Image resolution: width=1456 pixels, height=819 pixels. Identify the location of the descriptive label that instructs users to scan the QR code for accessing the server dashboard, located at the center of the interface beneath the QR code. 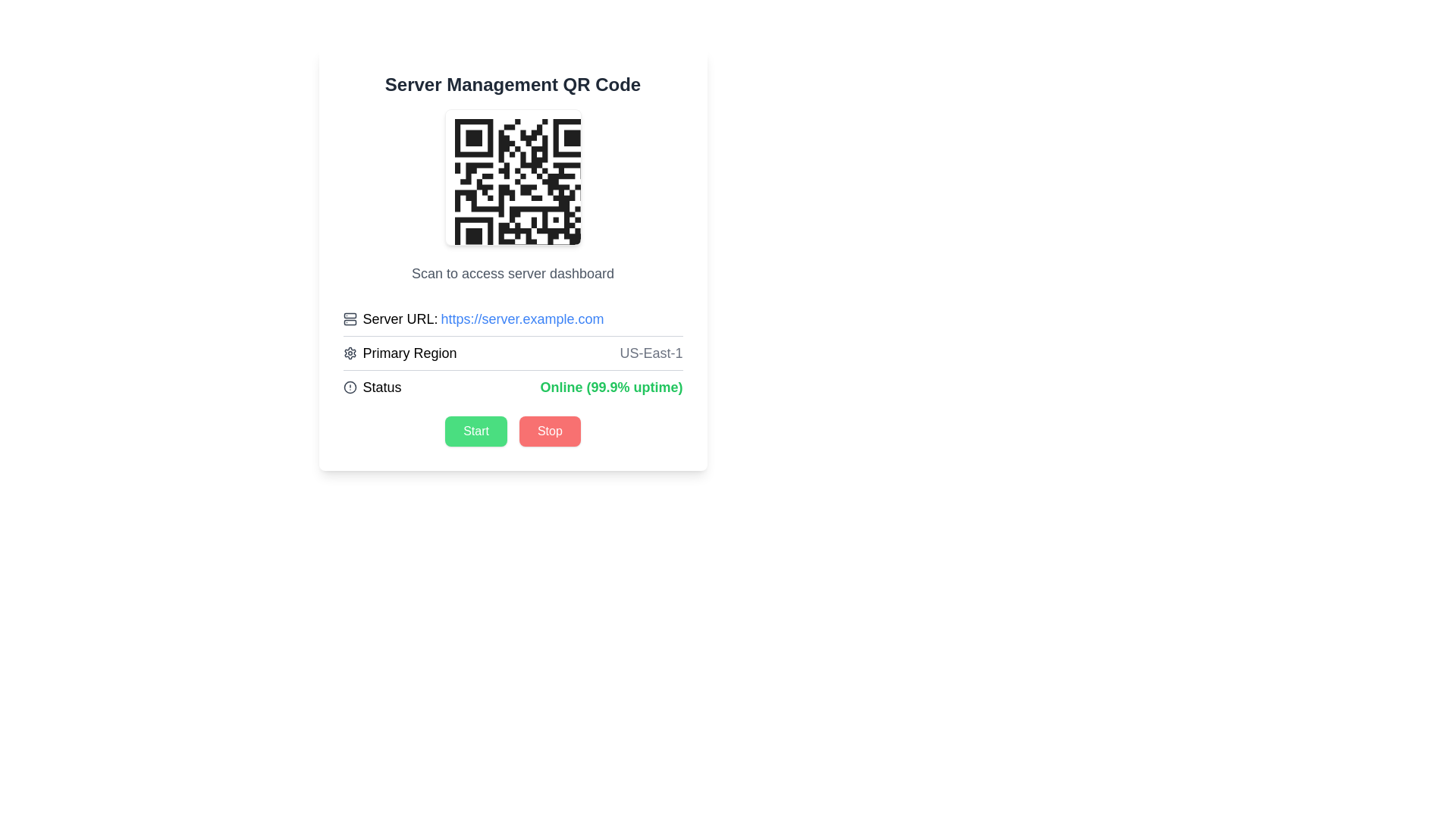
(513, 274).